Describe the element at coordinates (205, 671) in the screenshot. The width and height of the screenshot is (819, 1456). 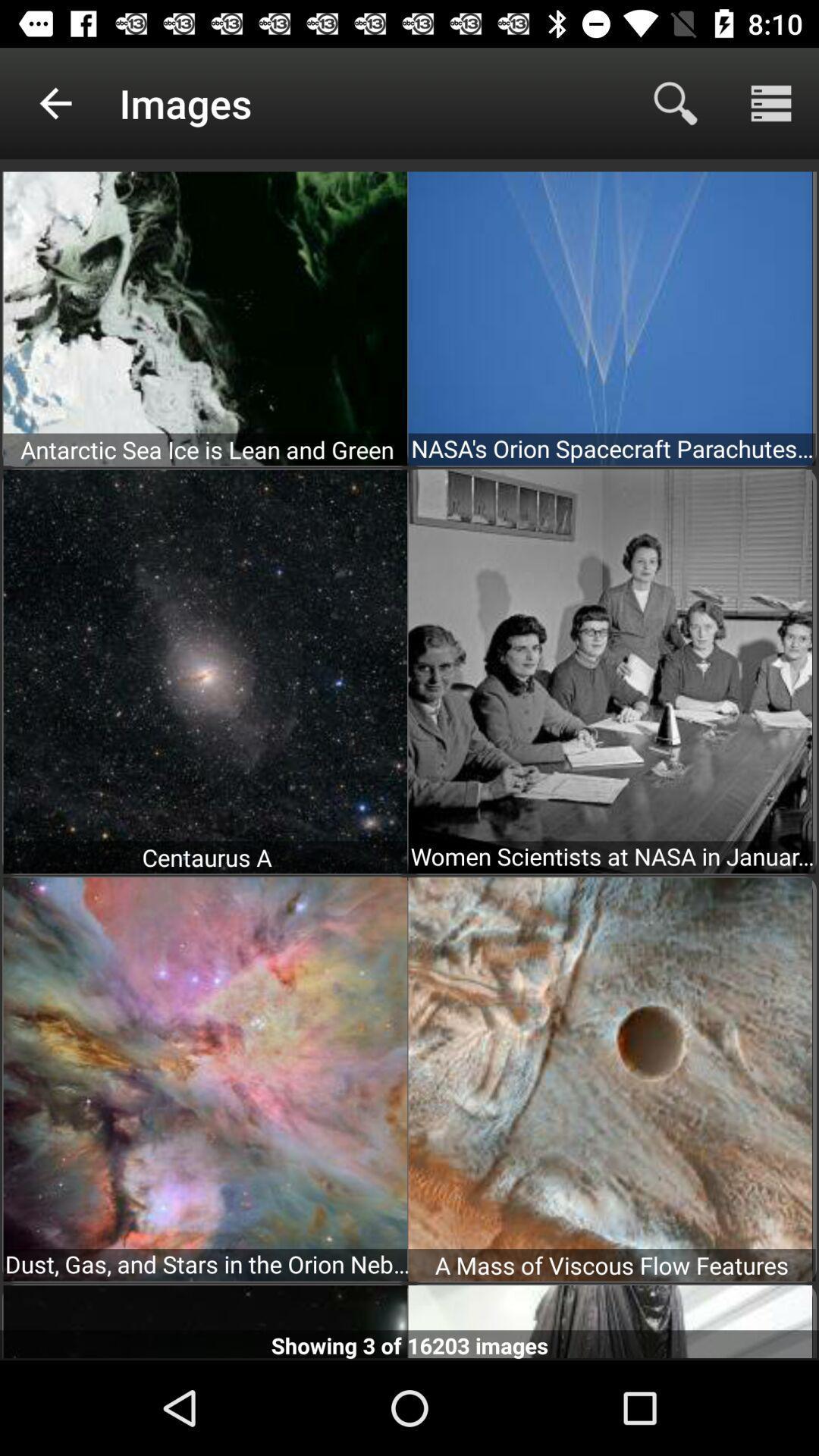
I see `the first image in the second row` at that location.